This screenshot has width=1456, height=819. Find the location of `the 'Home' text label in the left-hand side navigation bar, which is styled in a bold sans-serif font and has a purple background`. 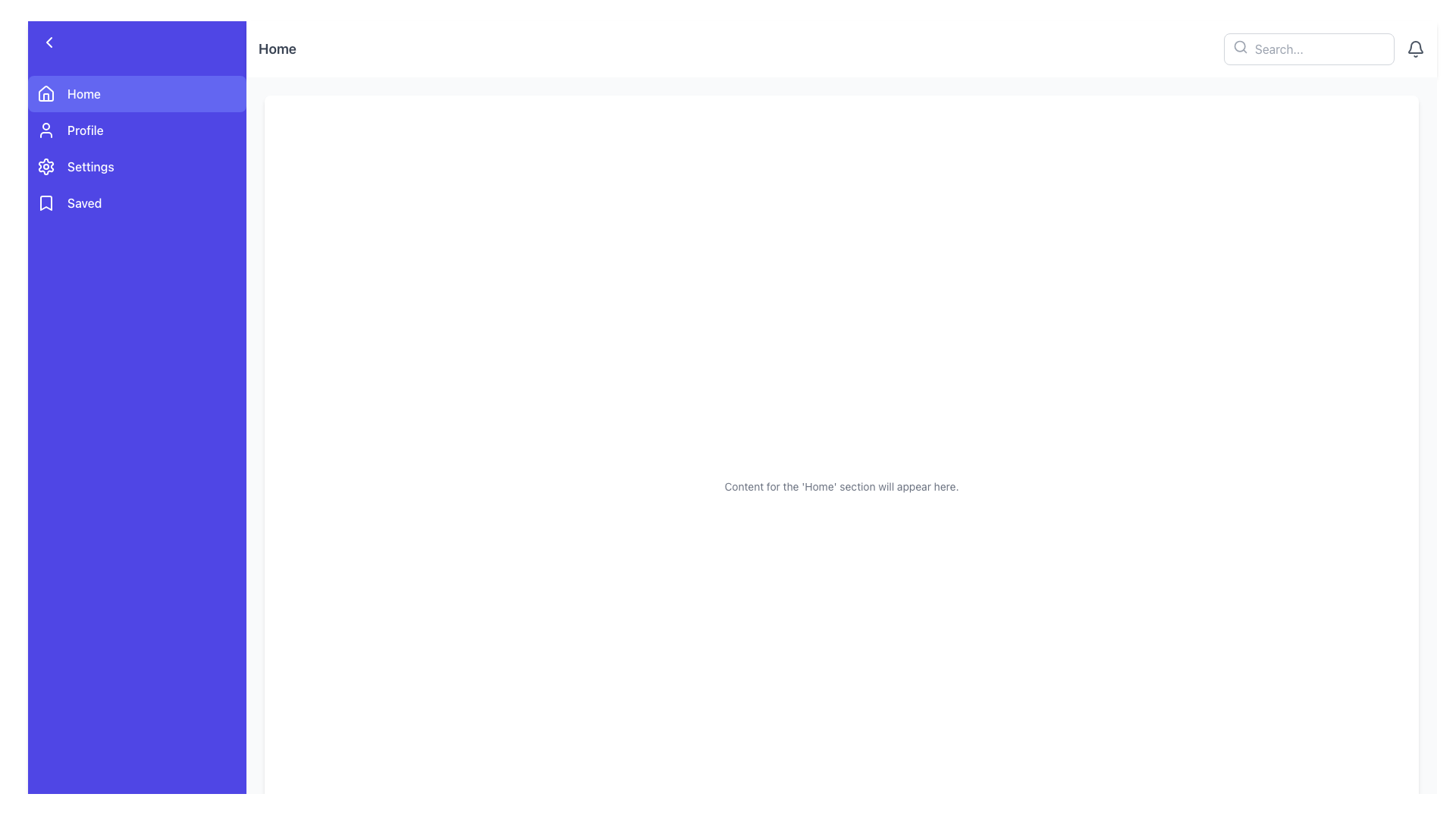

the 'Home' text label in the left-hand side navigation bar, which is styled in a bold sans-serif font and has a purple background is located at coordinates (83, 93).